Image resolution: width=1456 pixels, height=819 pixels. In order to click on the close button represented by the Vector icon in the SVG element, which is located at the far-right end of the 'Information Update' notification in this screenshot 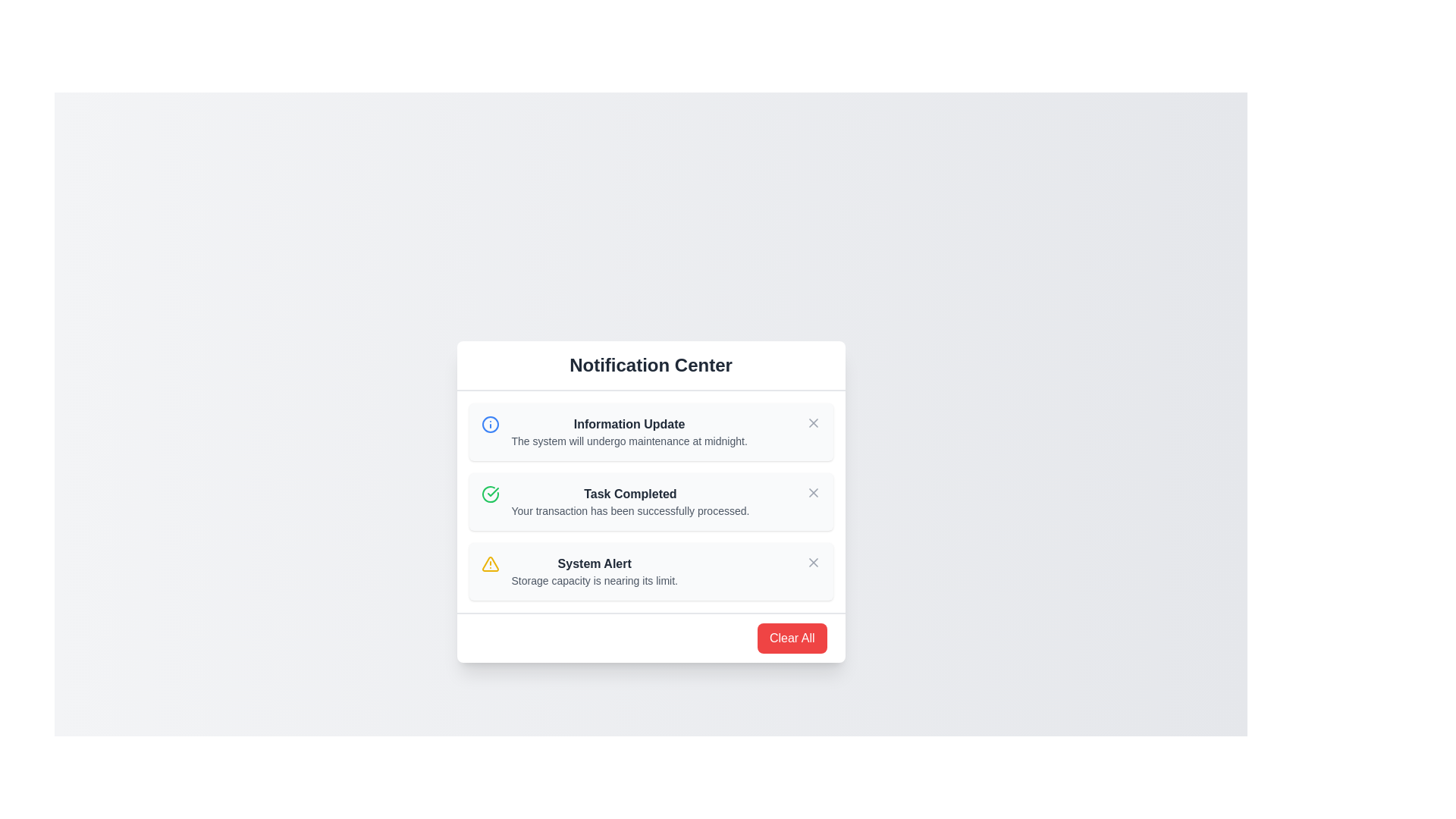, I will do `click(812, 423)`.